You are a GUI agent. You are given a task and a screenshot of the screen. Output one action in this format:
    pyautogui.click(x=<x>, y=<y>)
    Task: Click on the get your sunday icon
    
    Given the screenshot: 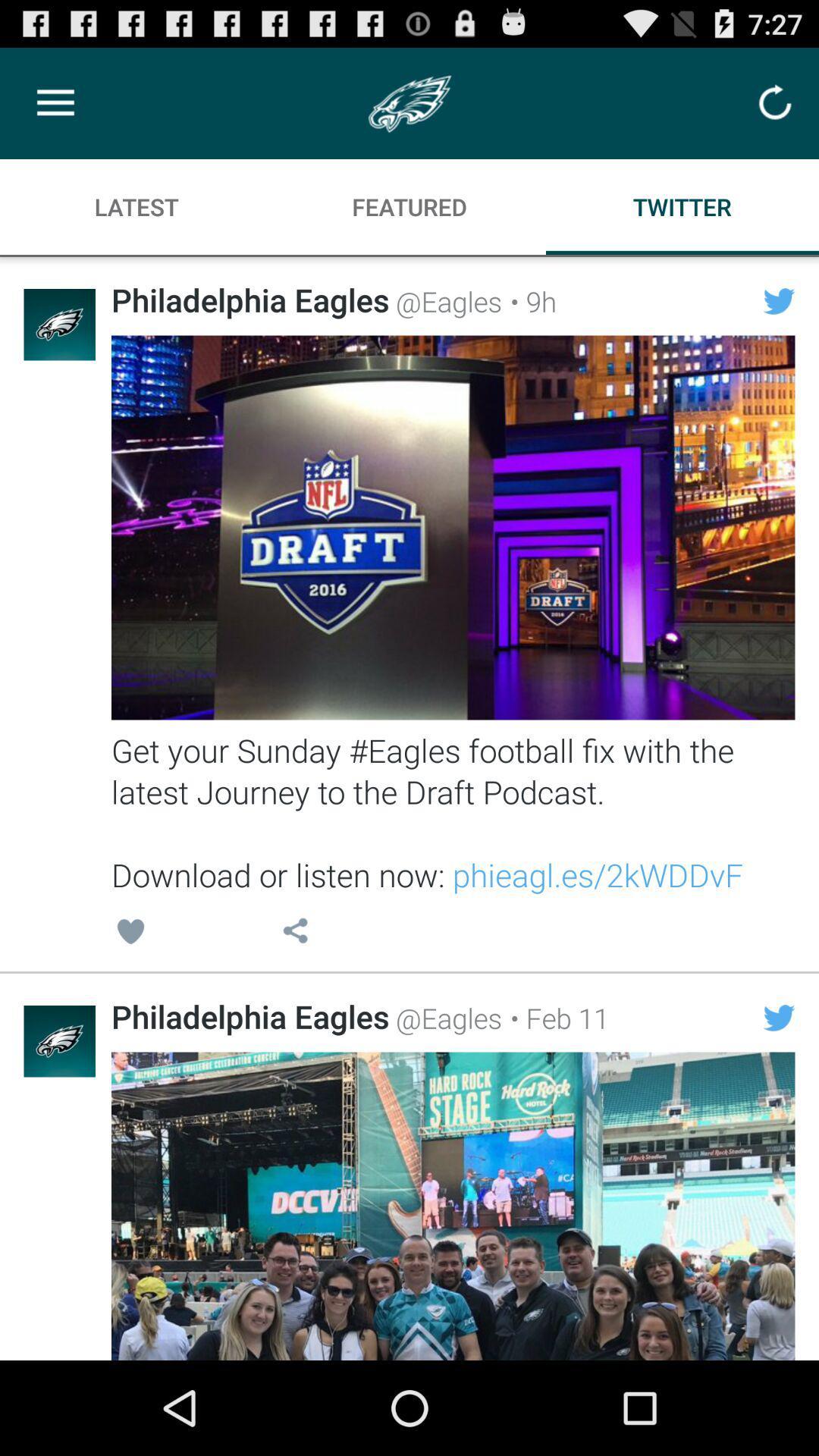 What is the action you would take?
    pyautogui.click(x=452, y=811)
    